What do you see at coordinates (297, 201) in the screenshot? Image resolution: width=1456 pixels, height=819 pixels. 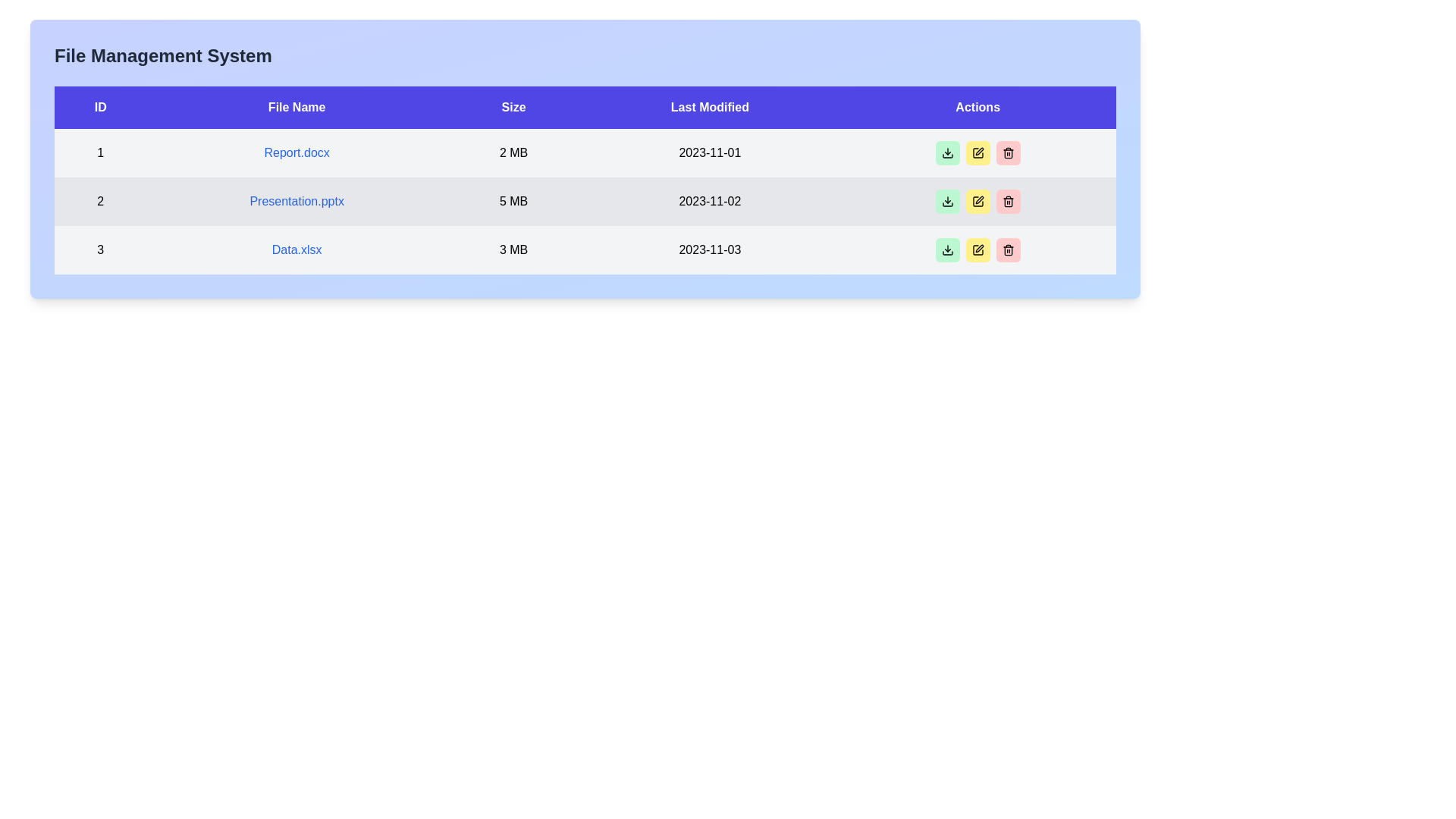 I see `the hyperlink text 'Presentation.pptx' located in the second entry of the 'File Name' column, adjacent to '5 MB' and '2'` at bounding box center [297, 201].